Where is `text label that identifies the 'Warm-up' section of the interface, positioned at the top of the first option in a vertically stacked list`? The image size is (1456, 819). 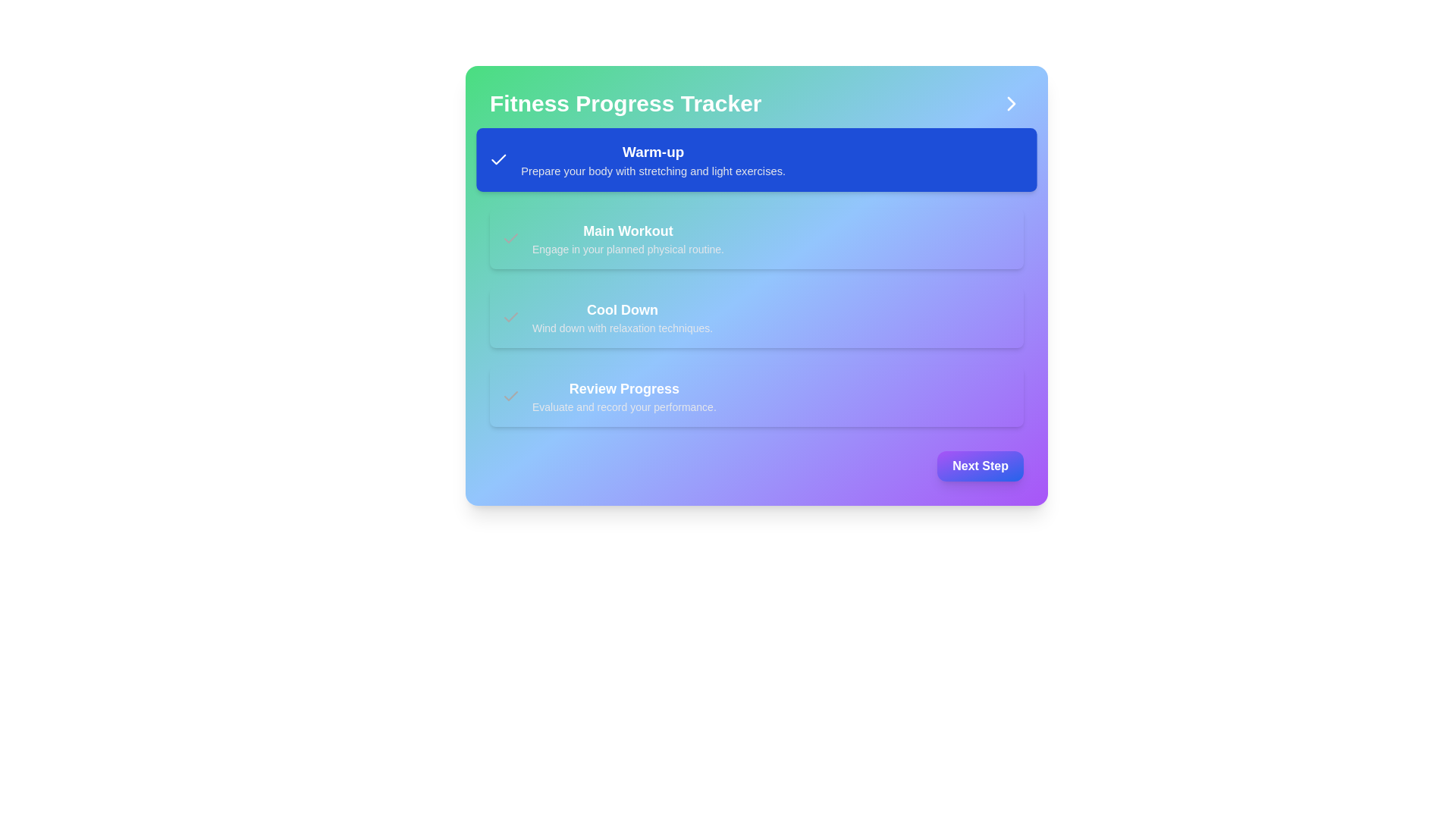 text label that identifies the 'Warm-up' section of the interface, positioned at the top of the first option in a vertically stacked list is located at coordinates (653, 152).